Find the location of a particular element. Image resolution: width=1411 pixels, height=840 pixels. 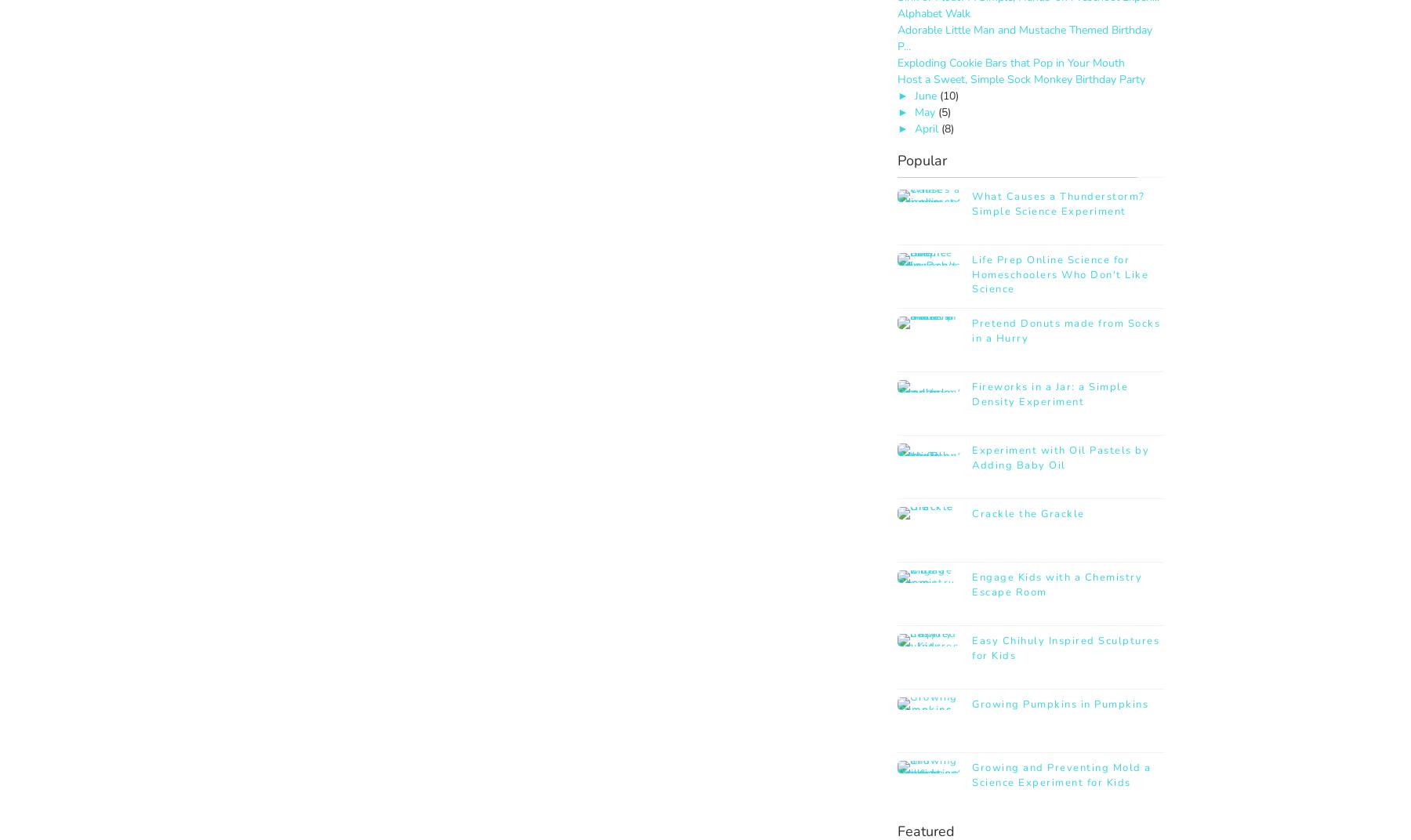

'Growing and Preventing Mold a Science Experiment for Kids' is located at coordinates (1060, 774).